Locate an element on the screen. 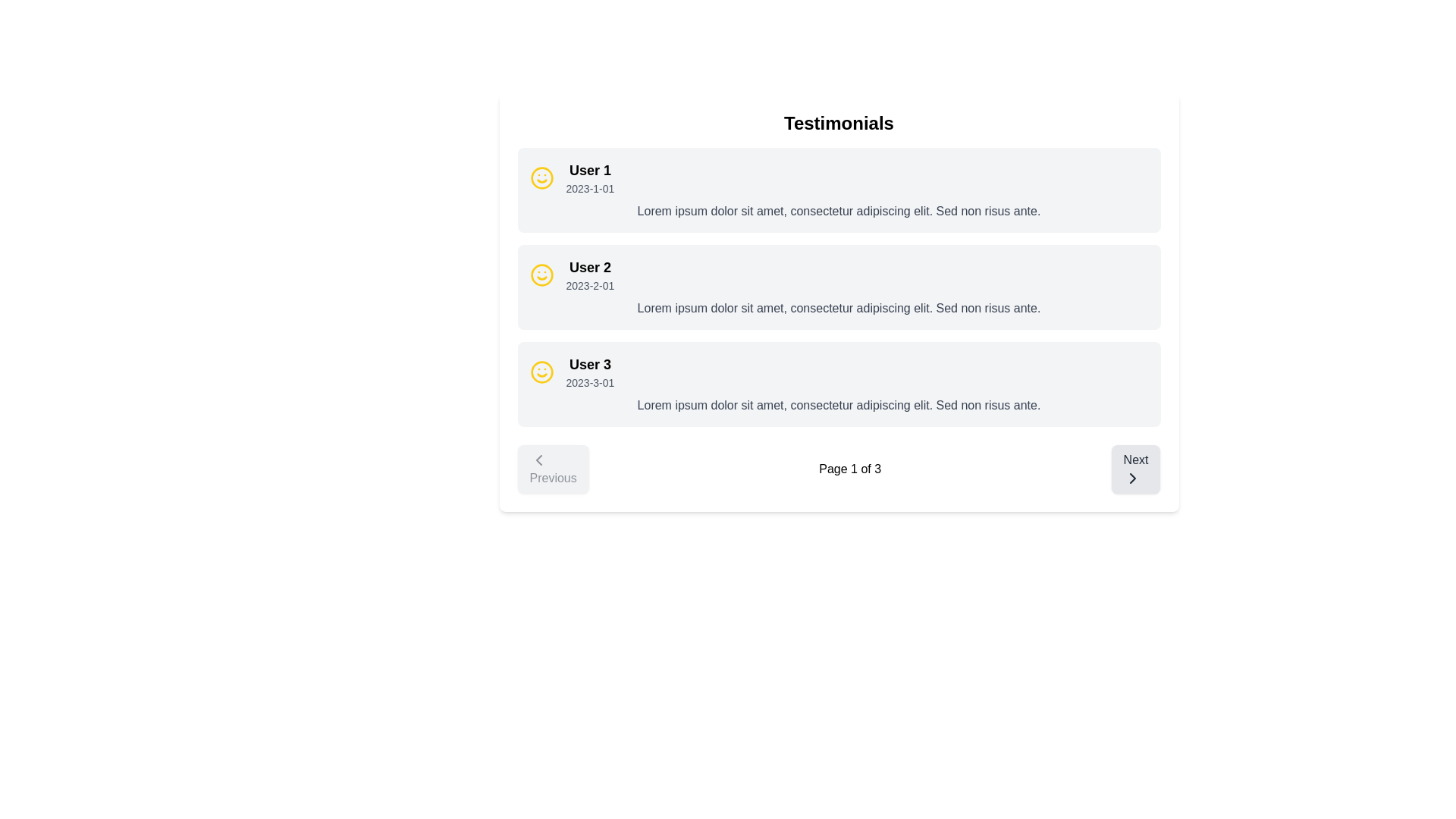  the user name label for 'User 1' in the first testimonial block, which is prominently displayed in bold style and located near the user avatar icon is located at coordinates (589, 170).